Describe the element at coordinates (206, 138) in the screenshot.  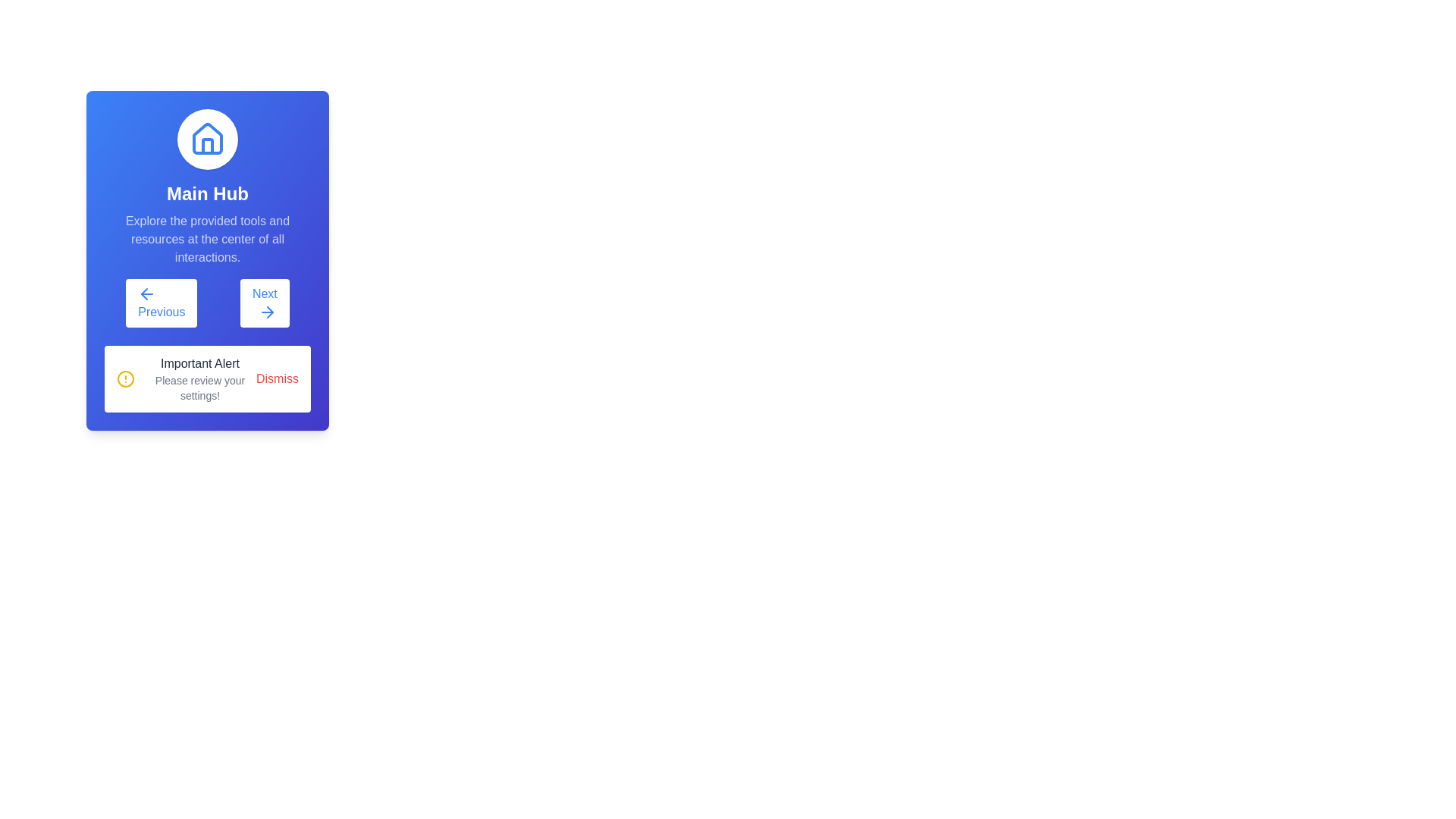
I see `the home icon graphic, which has a blue outline and is located at the top center of the card interface` at that location.